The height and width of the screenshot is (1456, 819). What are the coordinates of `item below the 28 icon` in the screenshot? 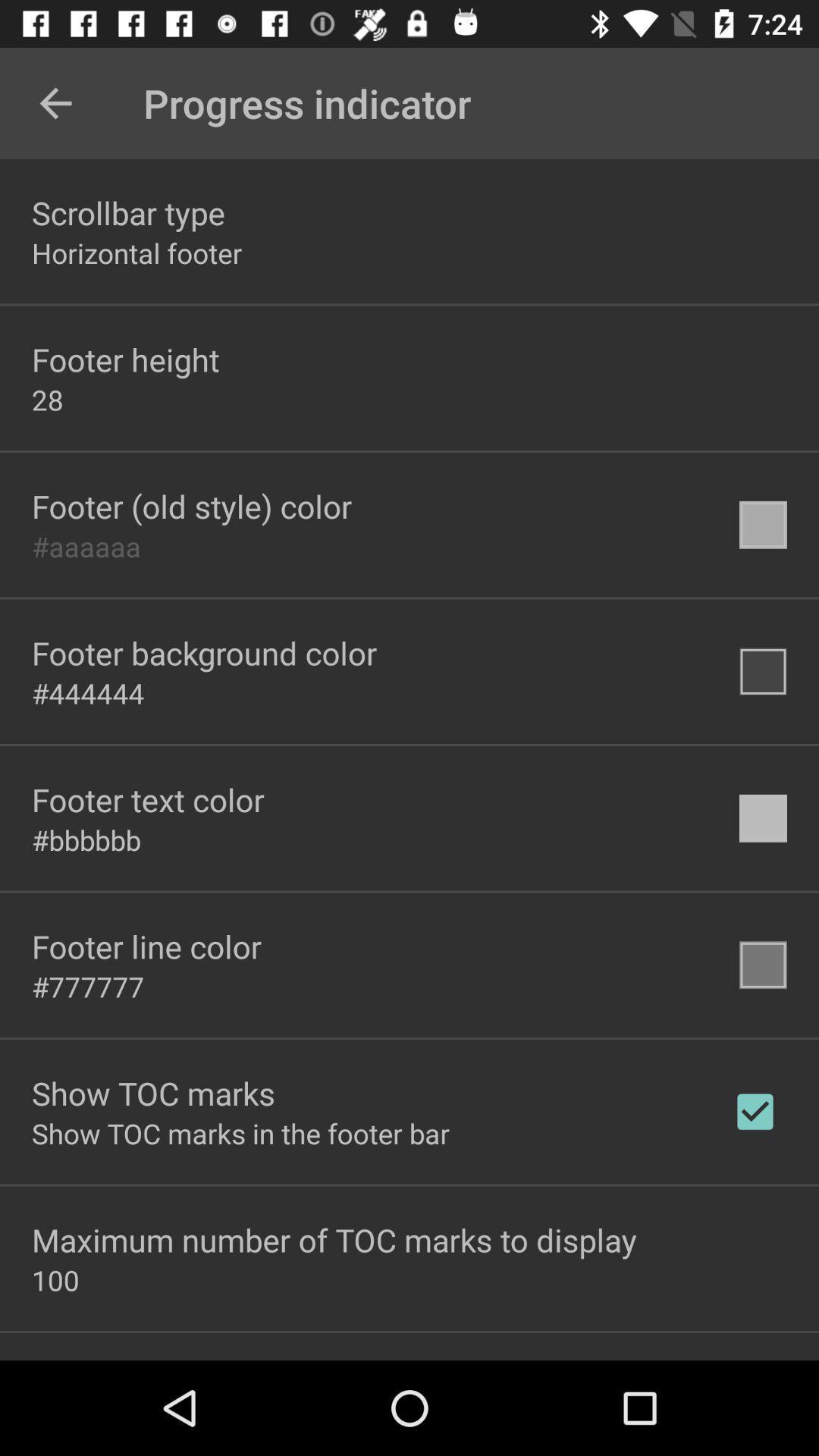 It's located at (191, 506).